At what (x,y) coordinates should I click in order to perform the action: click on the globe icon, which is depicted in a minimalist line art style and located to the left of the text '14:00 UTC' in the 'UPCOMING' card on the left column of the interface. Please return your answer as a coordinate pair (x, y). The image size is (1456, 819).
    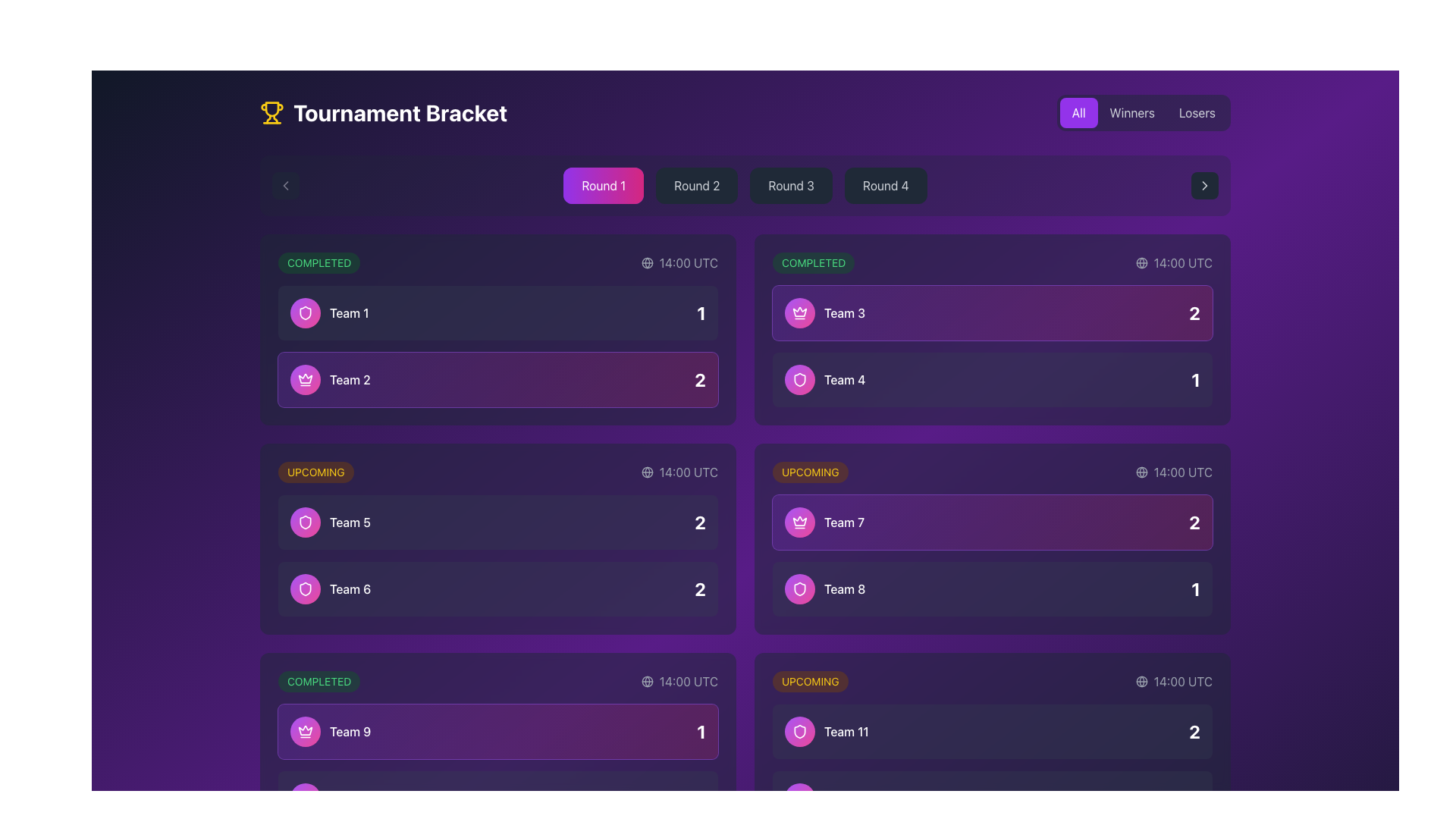
    Looking at the image, I should click on (647, 472).